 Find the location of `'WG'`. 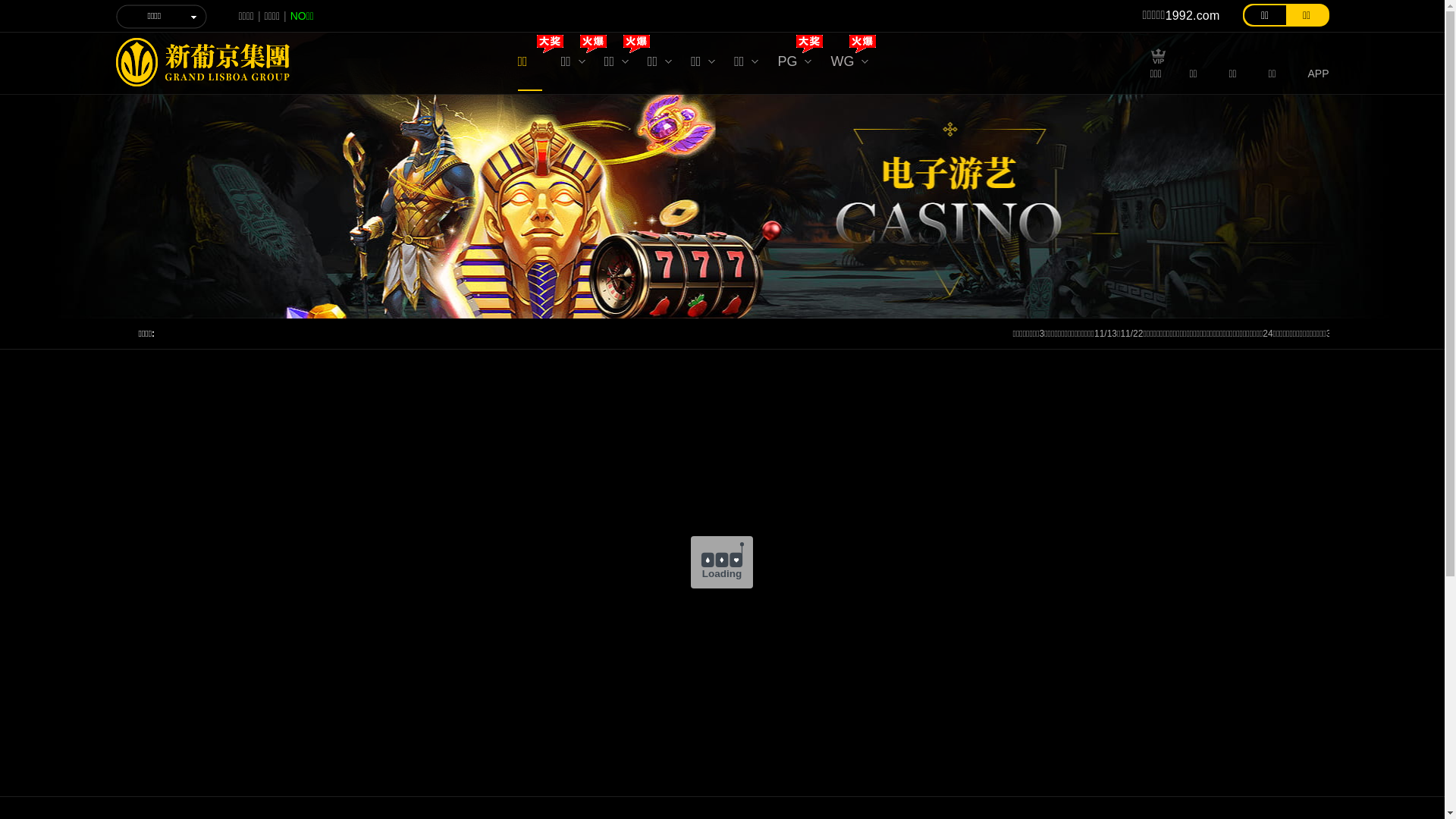

'WG' is located at coordinates (829, 64).